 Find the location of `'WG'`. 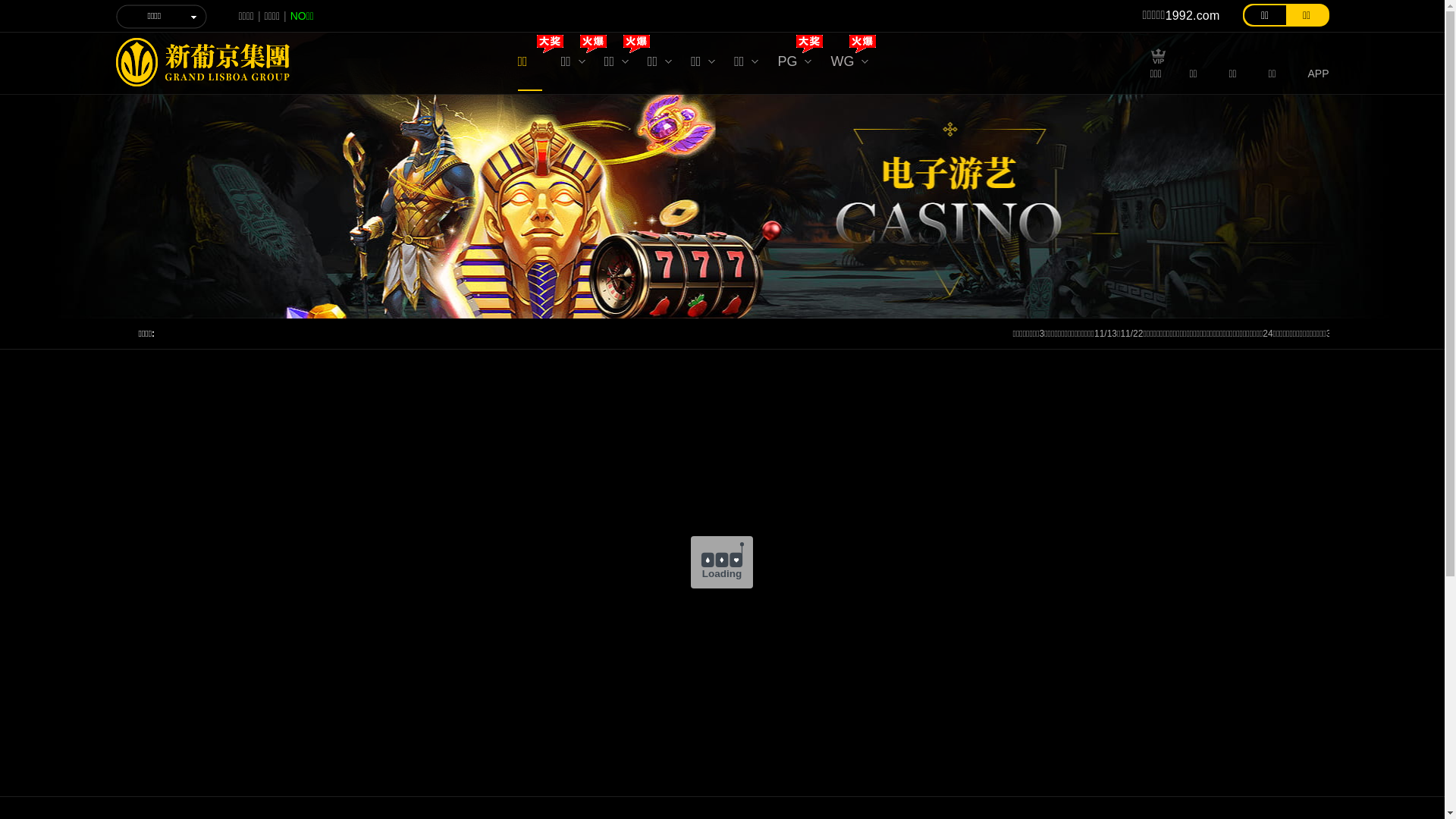

'WG' is located at coordinates (829, 64).